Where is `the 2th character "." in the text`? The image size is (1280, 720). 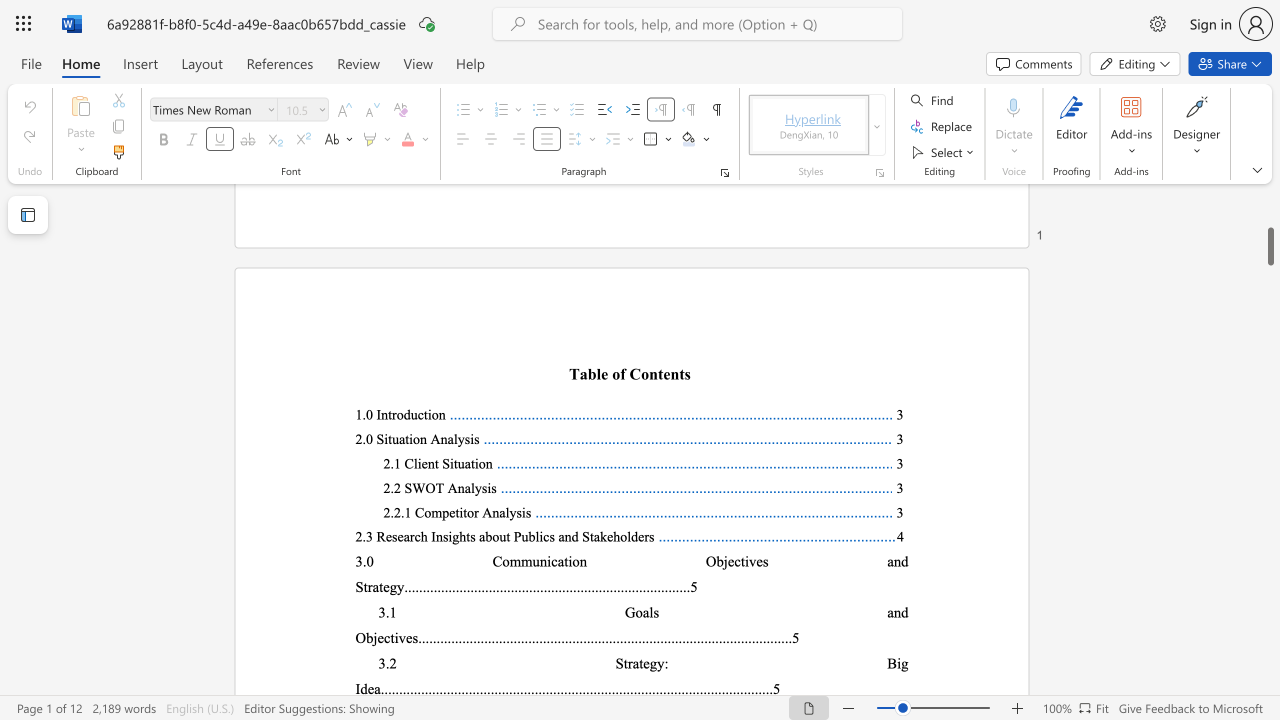
the 2th character "." in the text is located at coordinates (401, 511).